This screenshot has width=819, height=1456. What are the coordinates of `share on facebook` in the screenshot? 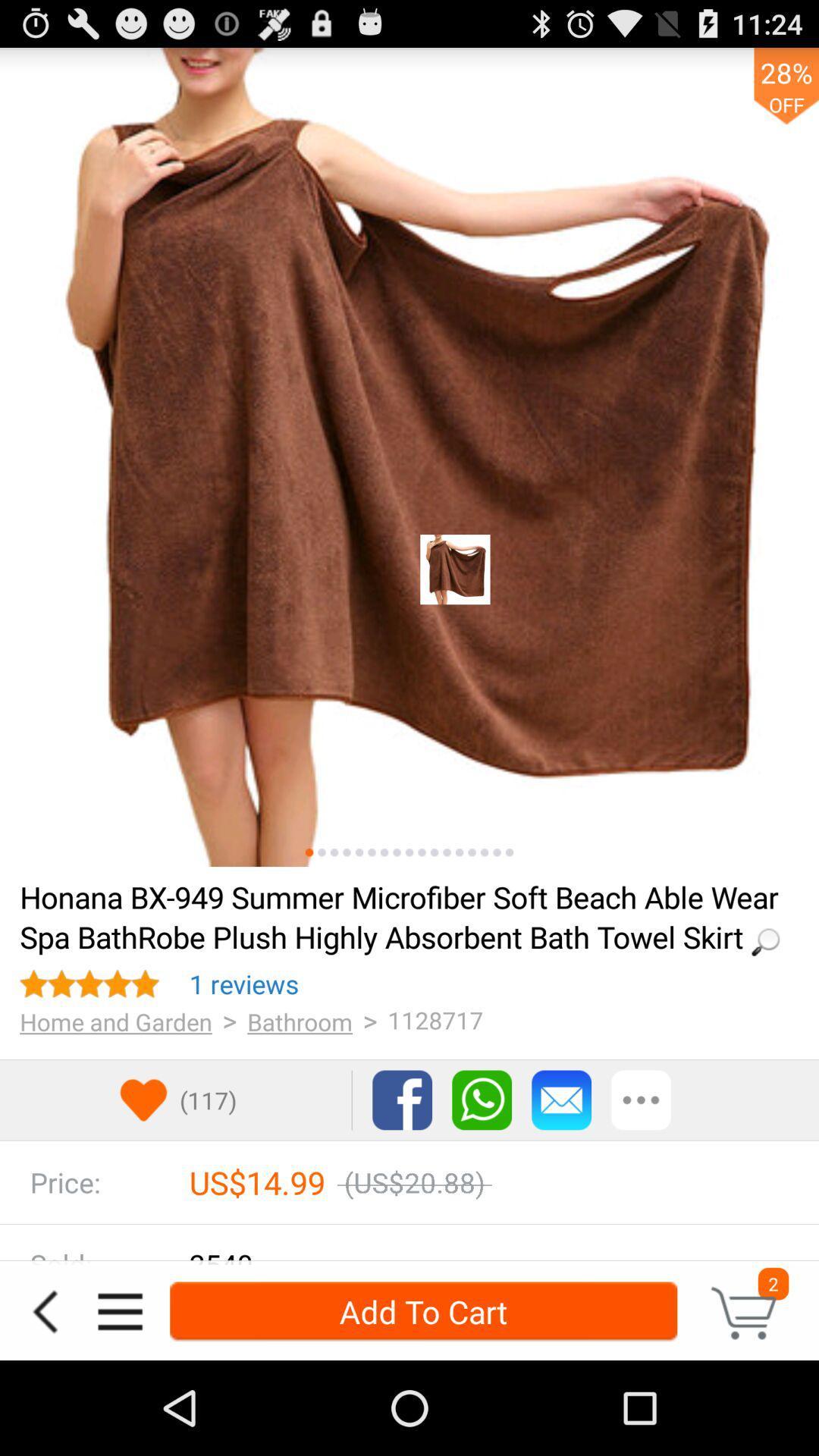 It's located at (401, 1100).